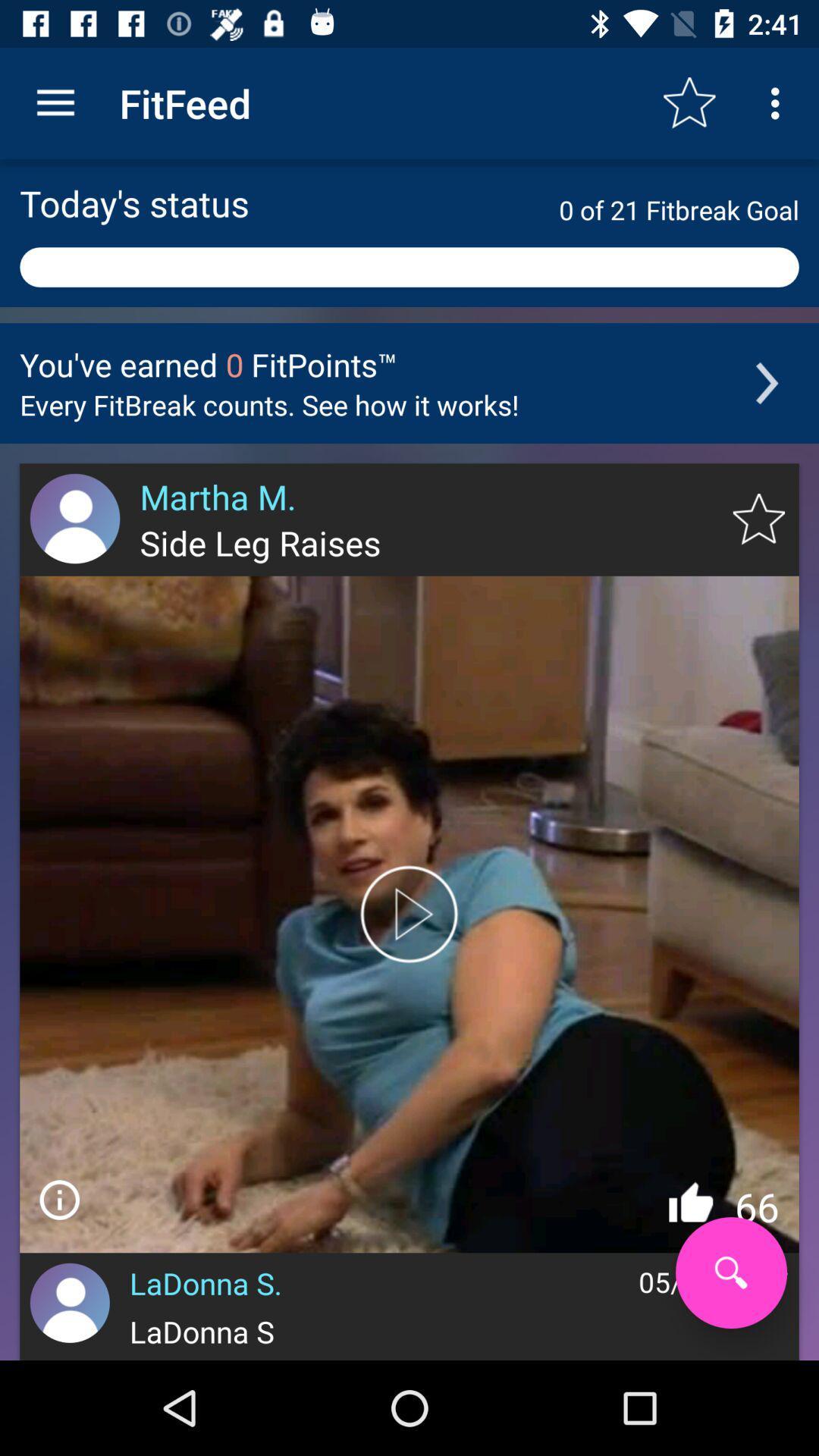  Describe the element at coordinates (58, 1199) in the screenshot. I see `menu option` at that location.